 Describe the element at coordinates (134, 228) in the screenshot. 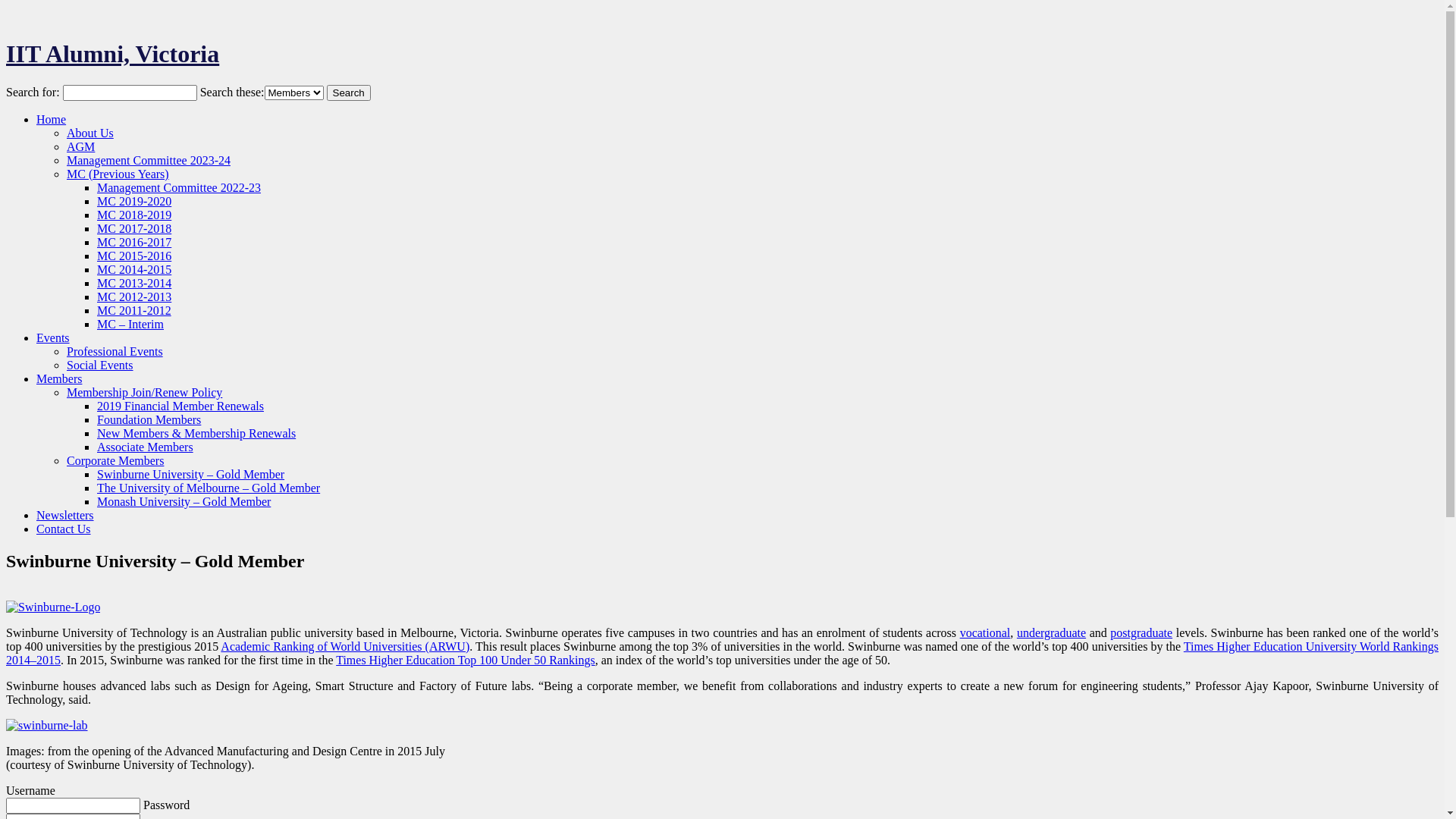

I see `'MC 2017-2018'` at that location.